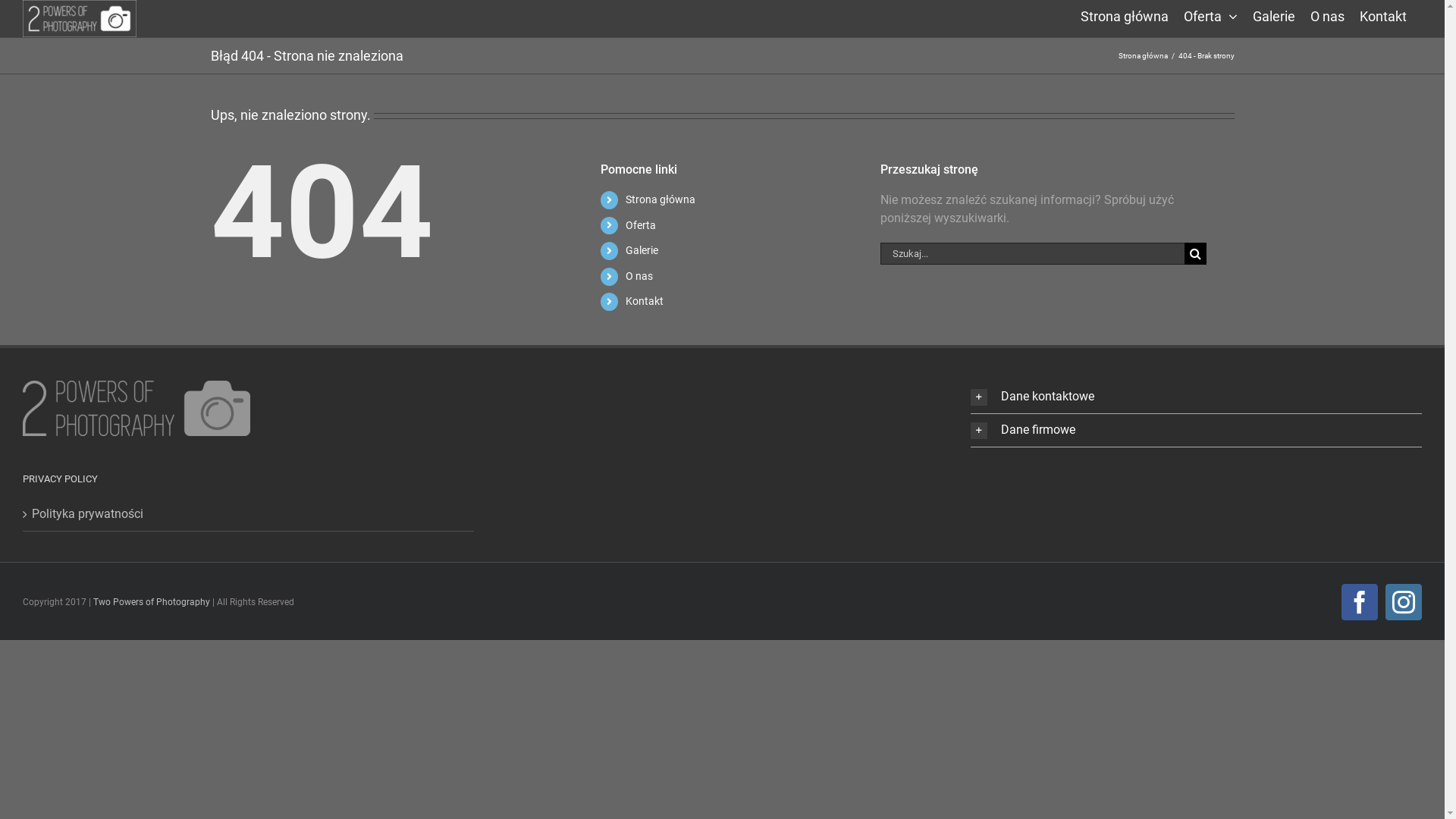 The image size is (1456, 819). I want to click on 'Two Powers of Photography', so click(93, 601).